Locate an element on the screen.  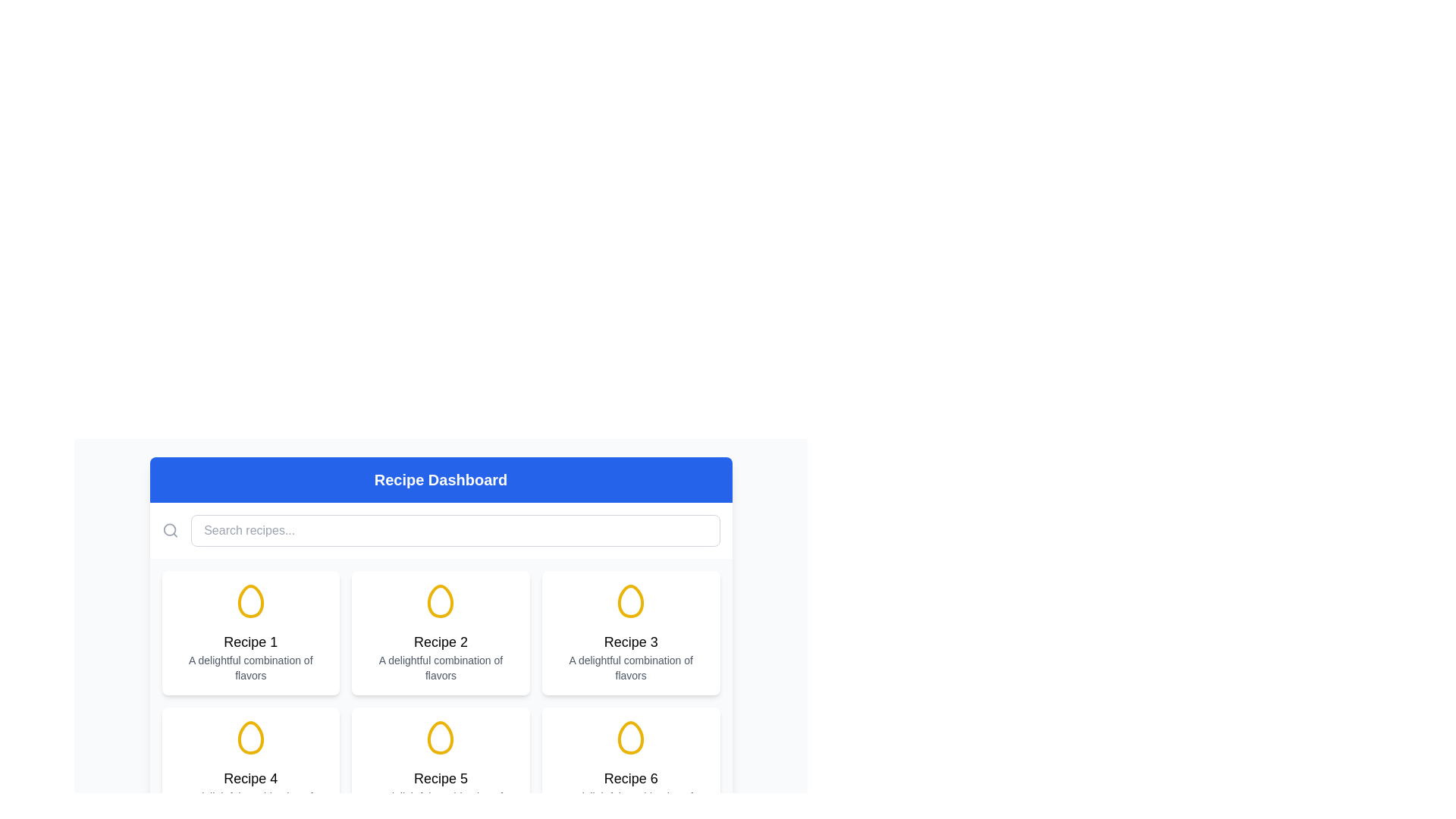
the search icon located to the left of the text input with the placeholder 'Search recipes...' to initiate the search operation is located at coordinates (170, 529).